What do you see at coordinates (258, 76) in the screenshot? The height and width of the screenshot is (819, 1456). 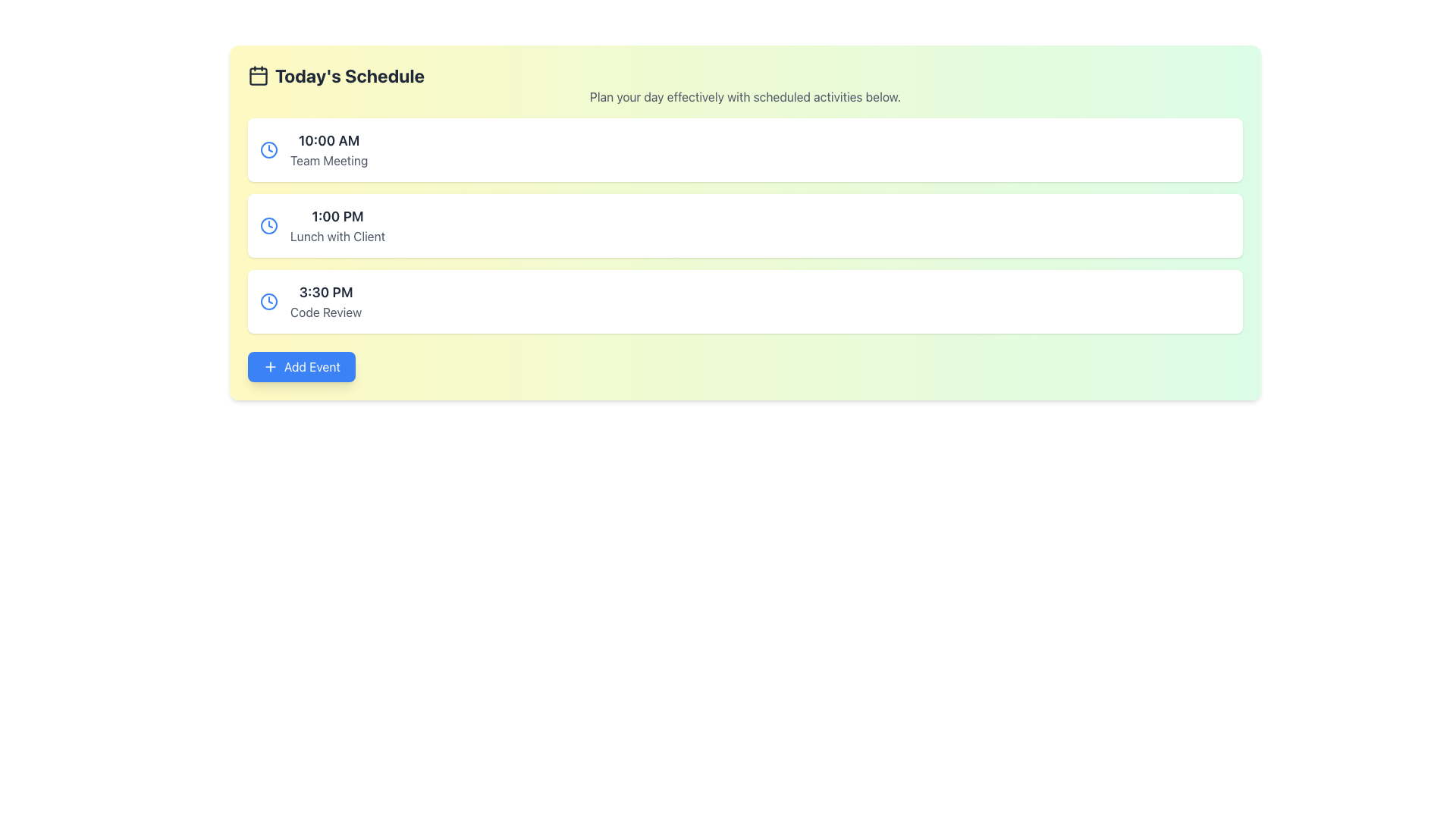 I see `the calendar icon associated with the title 'Today's Schedule' located at the top left corner of the schedule interface` at bounding box center [258, 76].